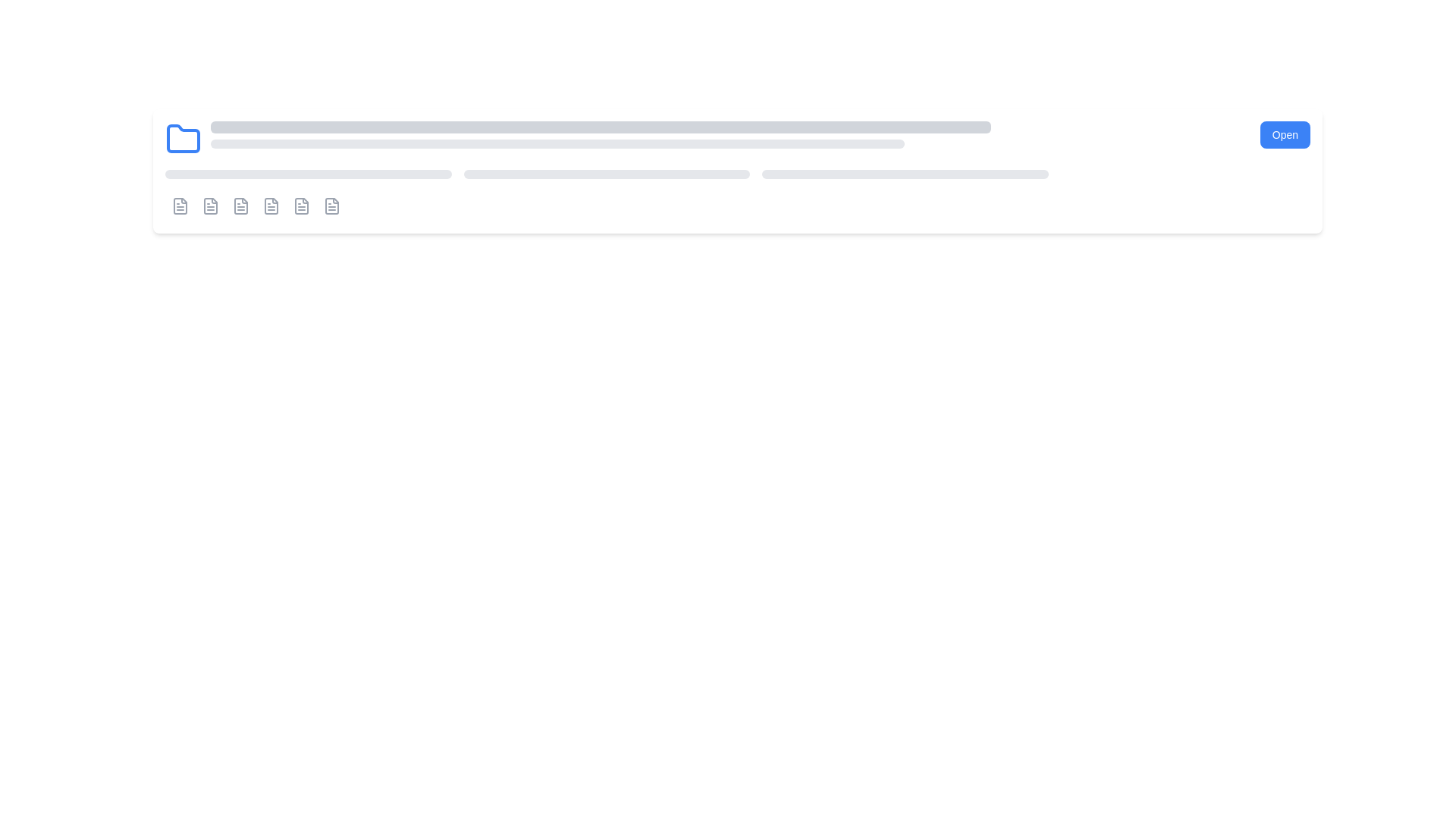 The image size is (1456, 819). What do you see at coordinates (1284, 133) in the screenshot?
I see `the blue rectangular button labeled 'Open' with rounded corners` at bounding box center [1284, 133].